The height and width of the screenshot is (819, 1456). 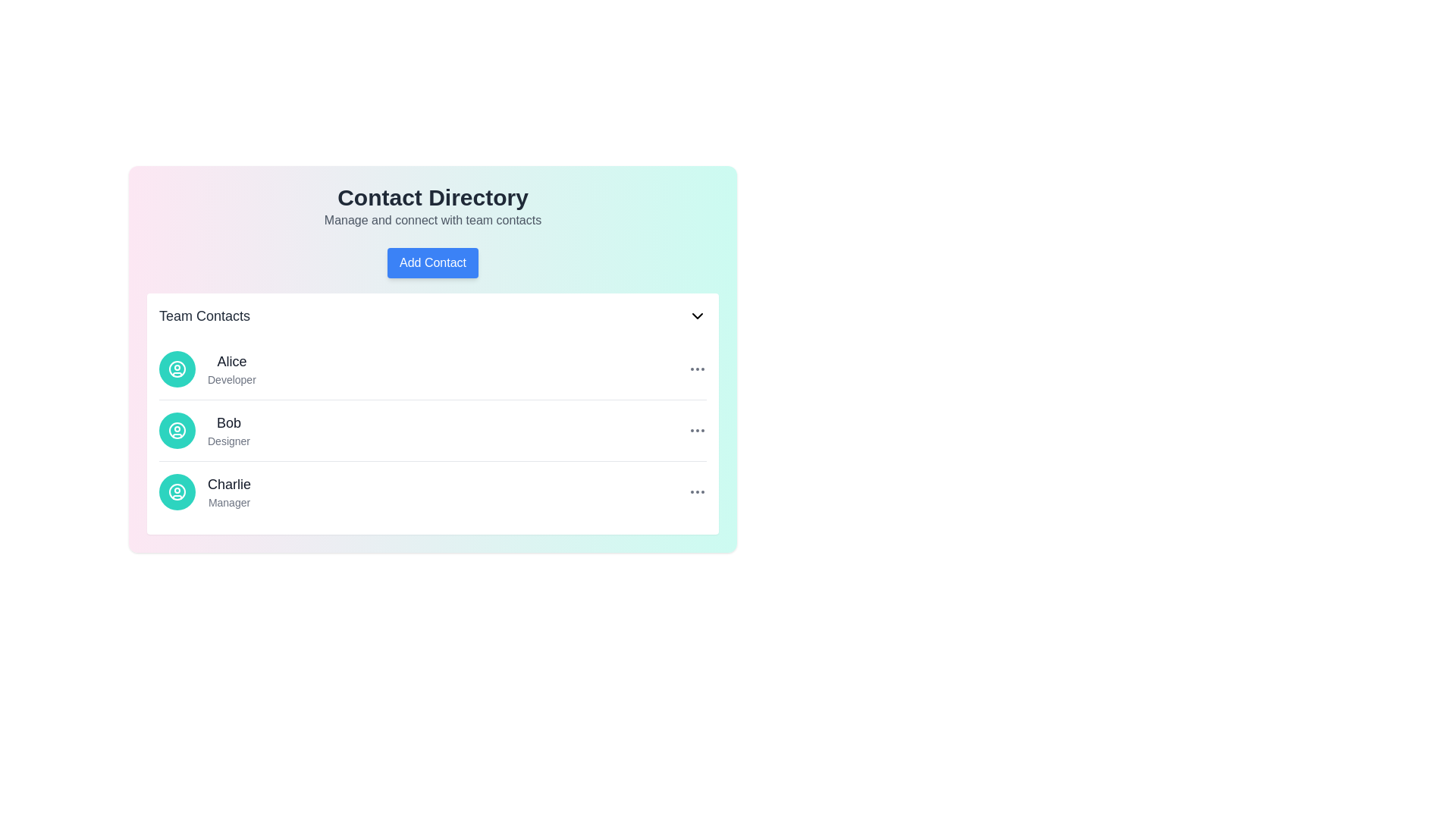 What do you see at coordinates (177, 369) in the screenshot?
I see `the Avatar icon representing the contact 'Alice' in the 'Team Contacts' list` at bounding box center [177, 369].